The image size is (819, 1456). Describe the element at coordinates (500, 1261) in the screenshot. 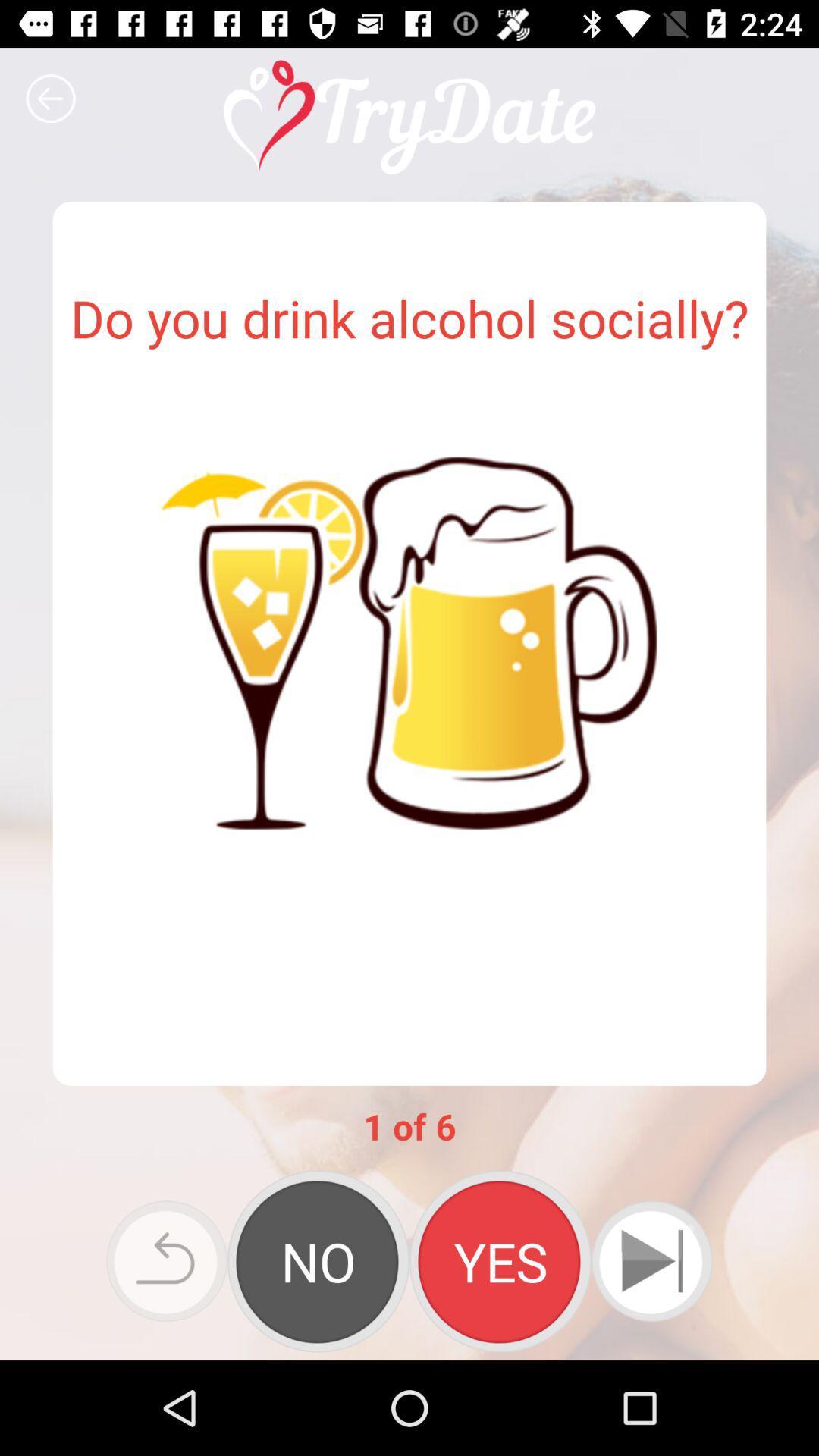

I see `answer yes` at that location.